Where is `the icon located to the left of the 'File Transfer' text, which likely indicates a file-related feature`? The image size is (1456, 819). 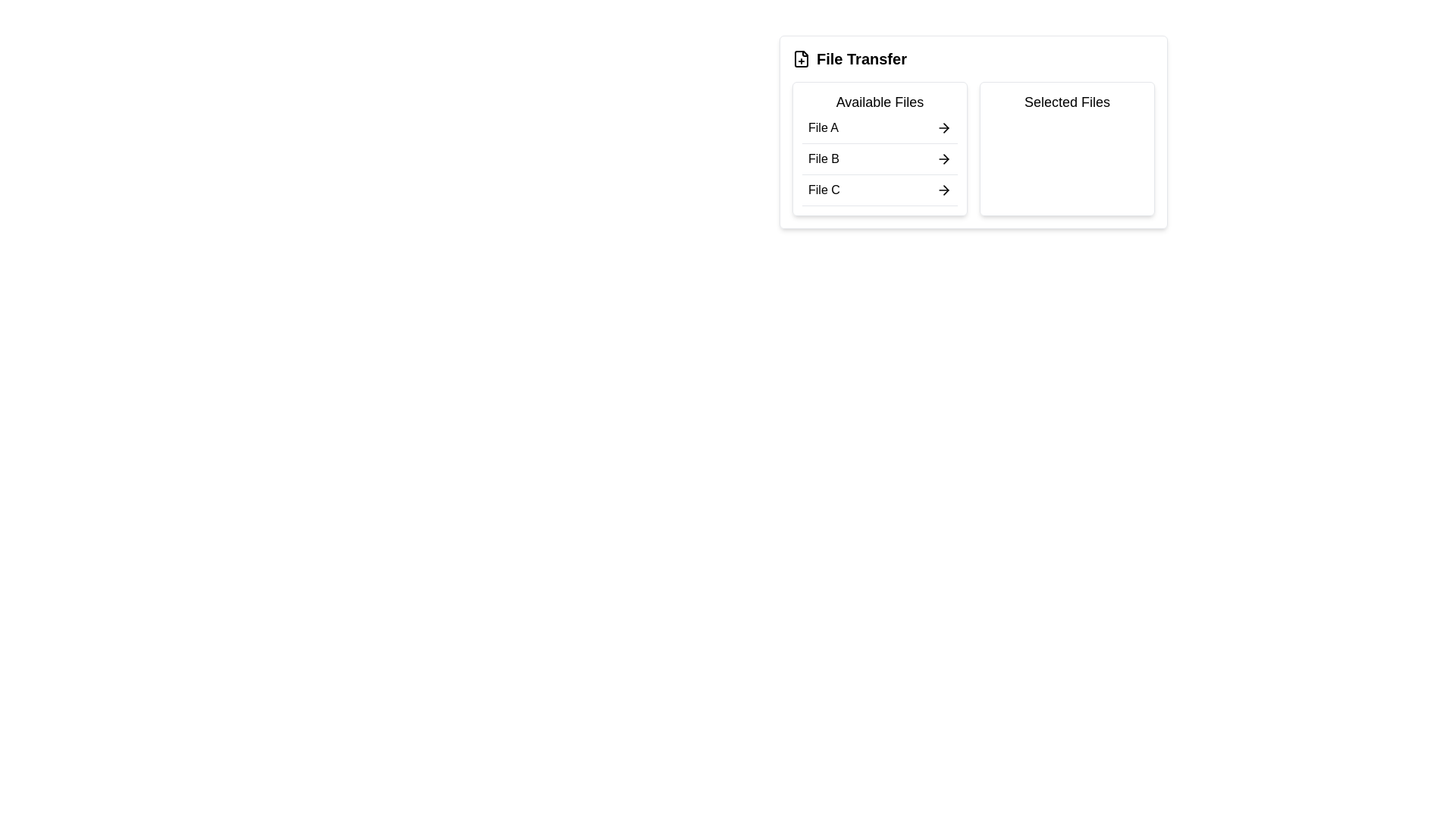
the icon located to the left of the 'File Transfer' text, which likely indicates a file-related feature is located at coordinates (800, 58).